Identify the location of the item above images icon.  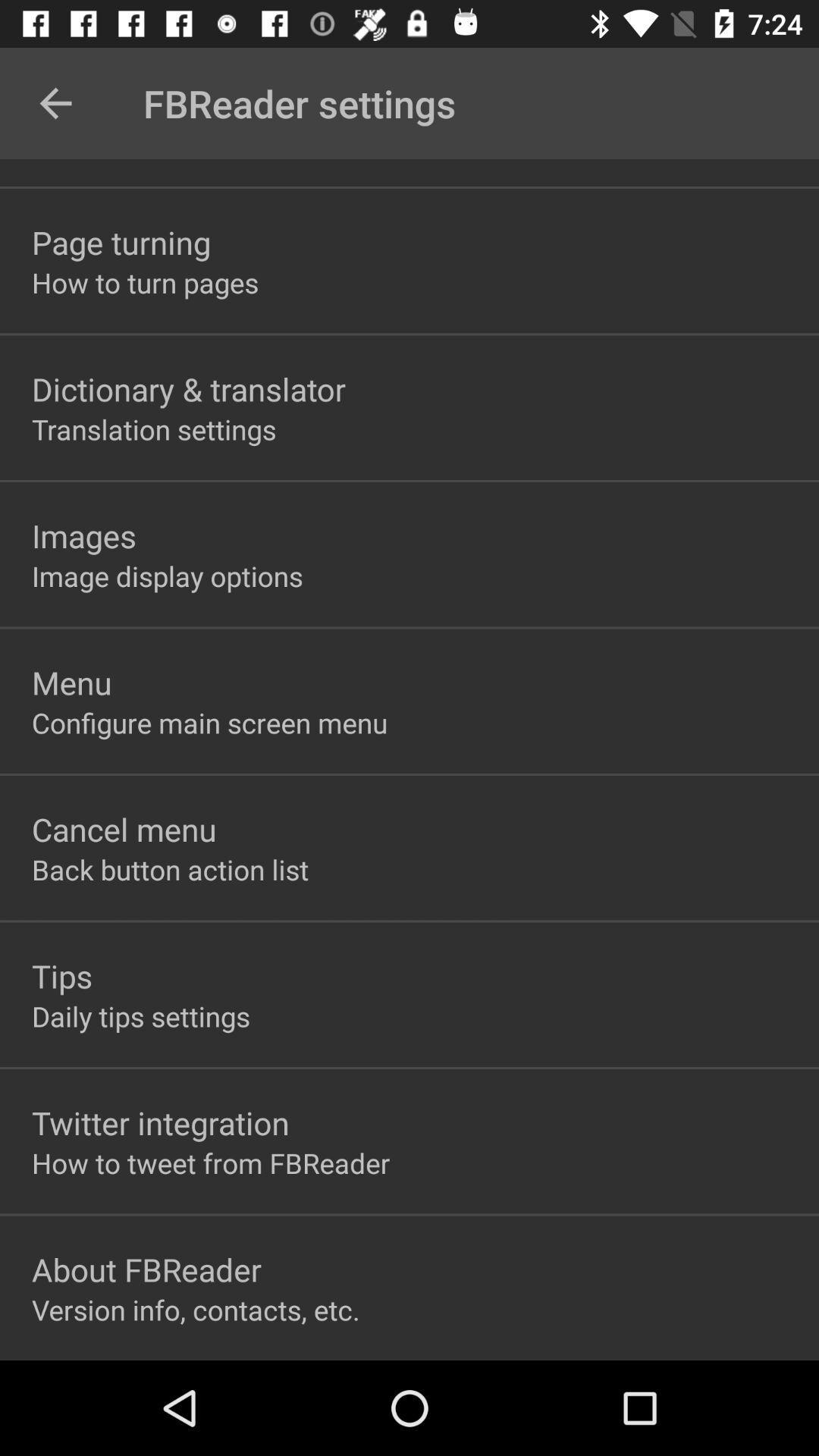
(154, 428).